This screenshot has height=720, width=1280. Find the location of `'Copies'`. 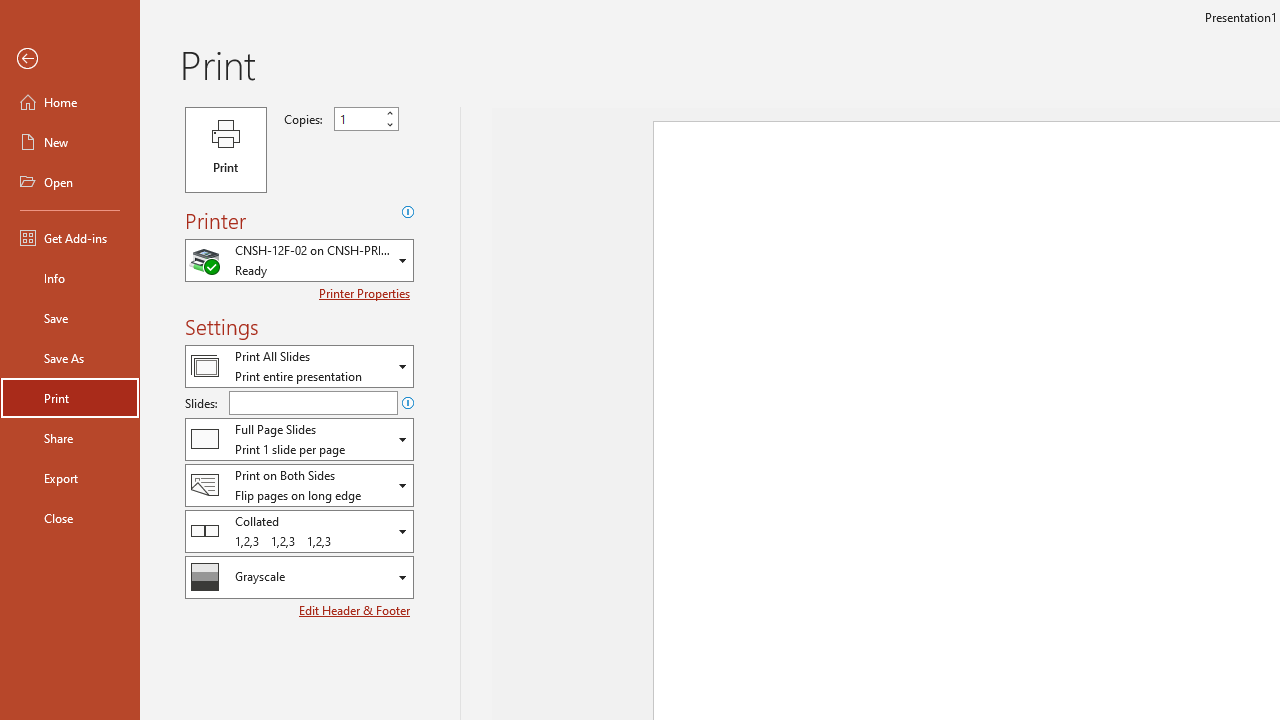

'Copies' is located at coordinates (366, 119).